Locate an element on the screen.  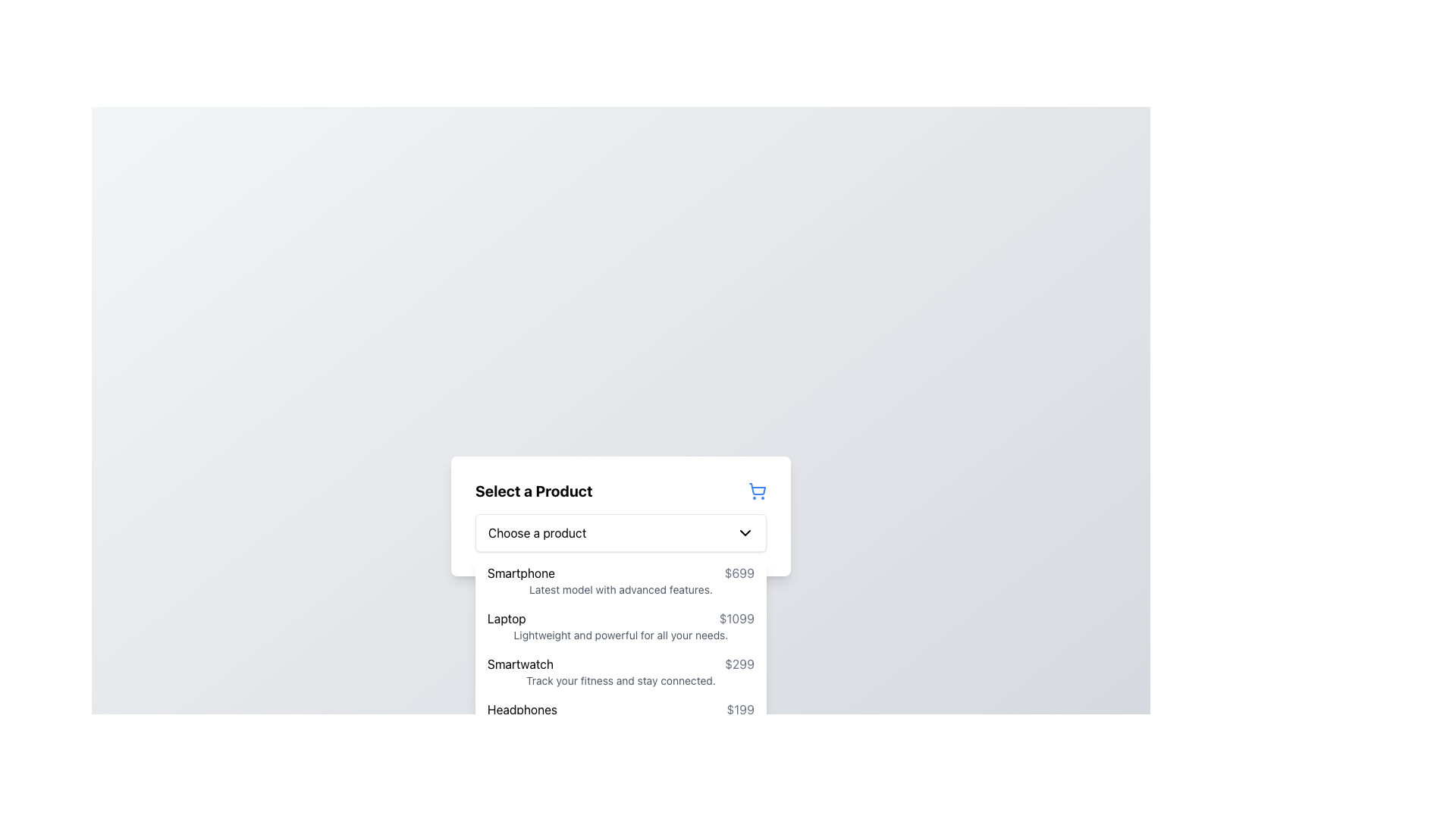
the 'Smartphone' text label in the product selection dropdown menu is located at coordinates (521, 573).